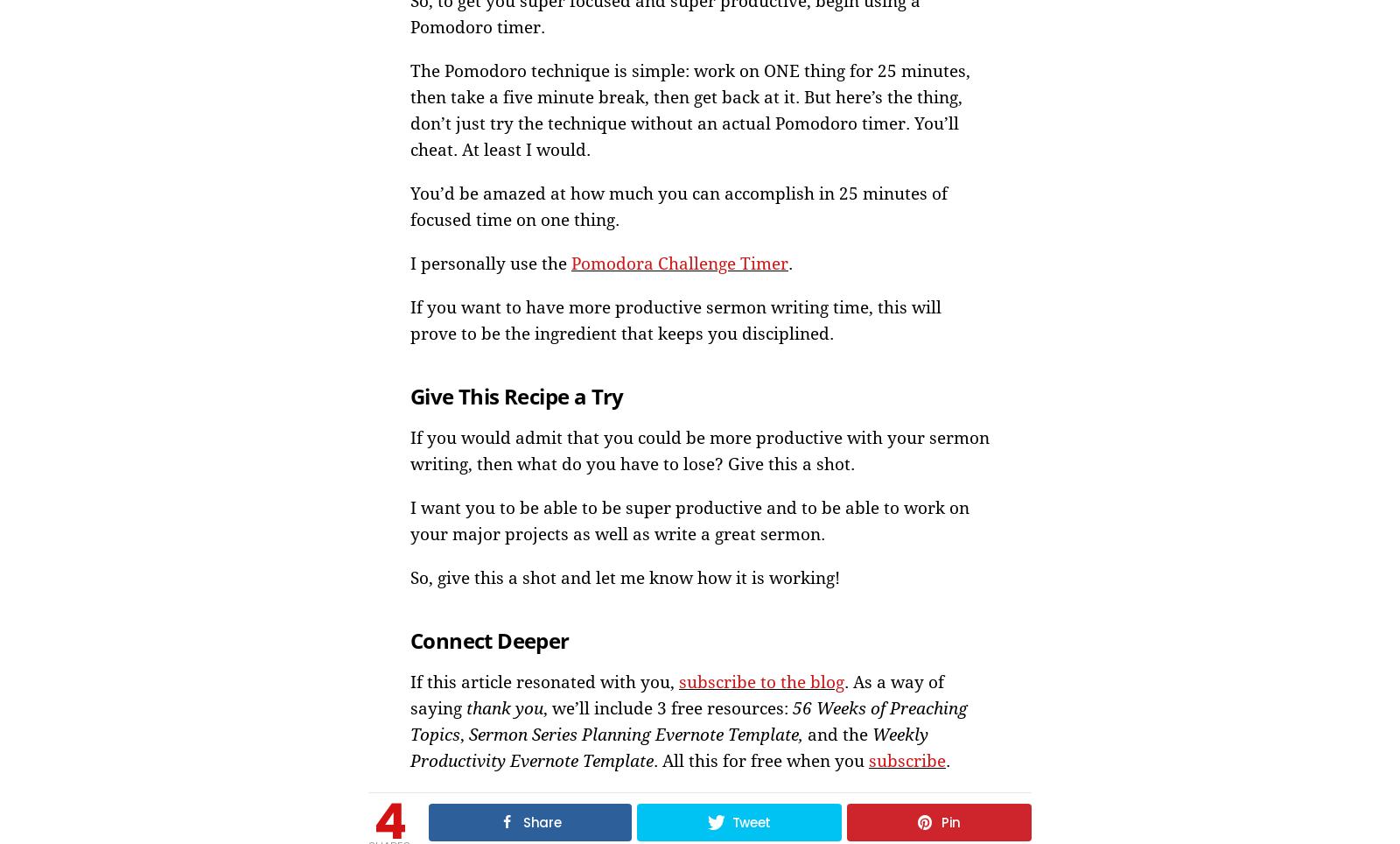  What do you see at coordinates (941, 821) in the screenshot?
I see `'Pin'` at bounding box center [941, 821].